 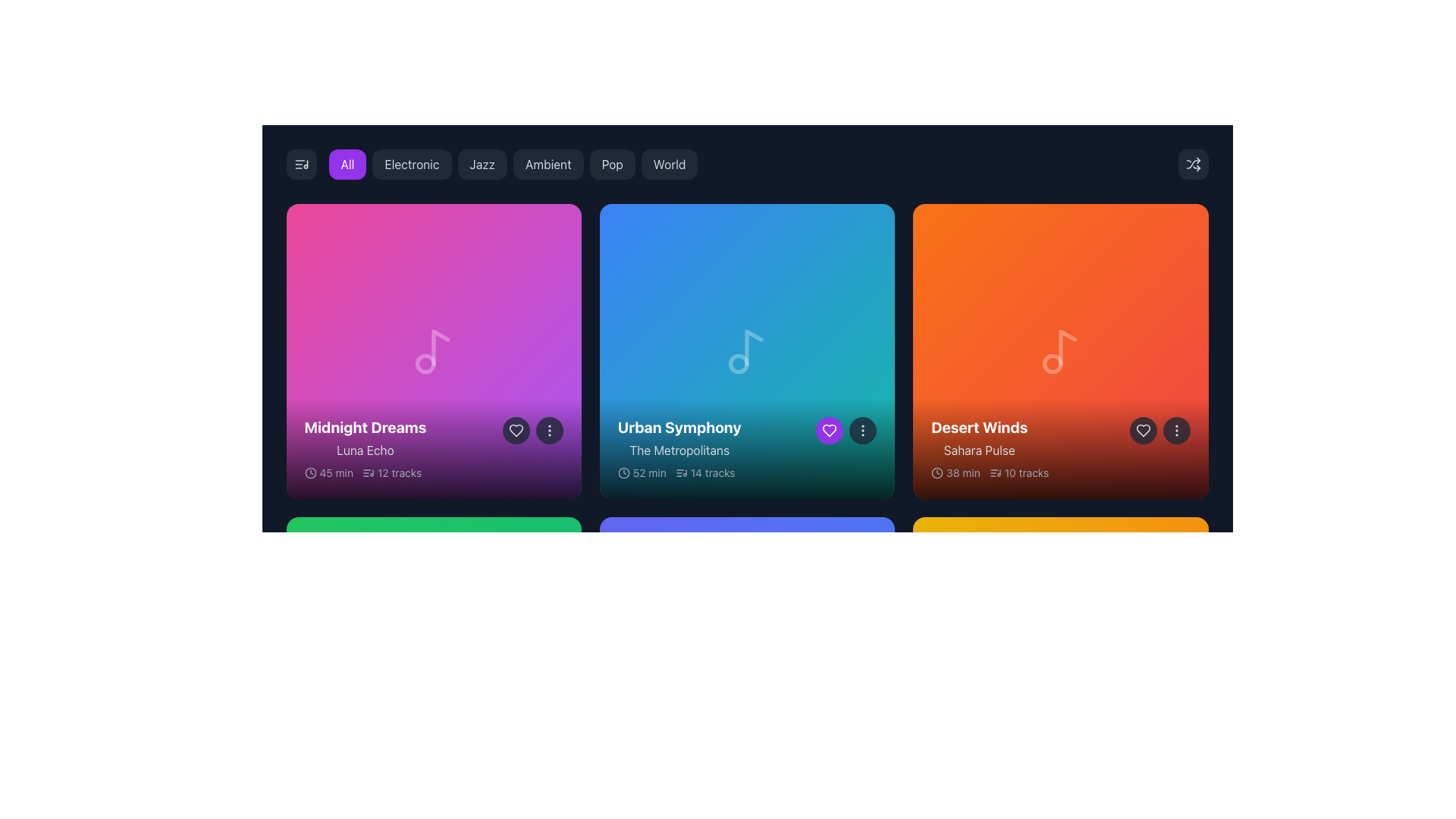 I want to click on text information displayed in the text display element containing the heading 'Urban Symphony' and the subtext 'The Metropolitans', which is center-aligned within a bright blue card, so click(x=679, y=438).